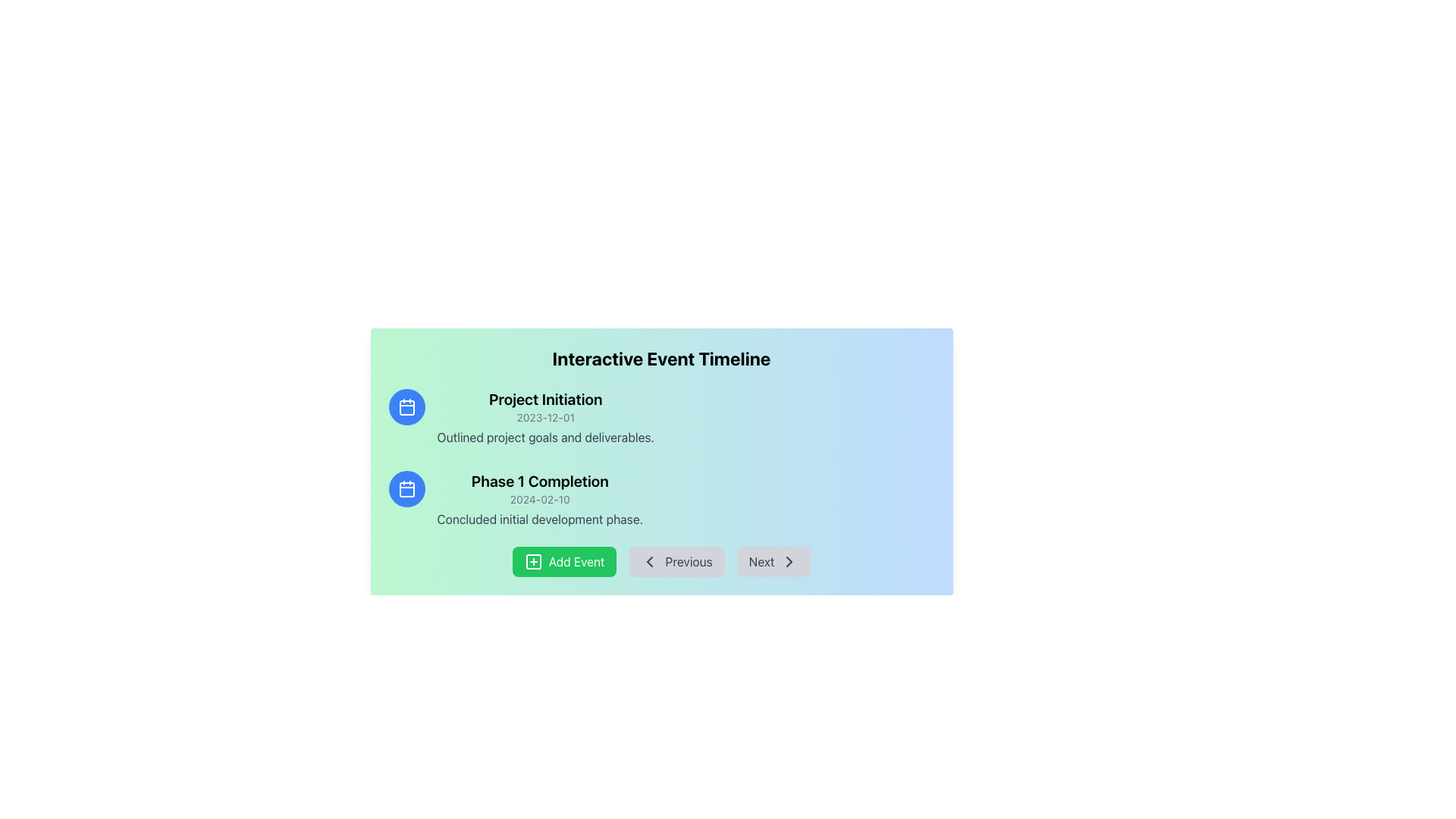 The image size is (1456, 819). Describe the element at coordinates (545, 418) in the screenshot. I see `the text label displaying the date associated with the 'Project Initiation' event in the timeline, which is located below the title and above the description` at that location.